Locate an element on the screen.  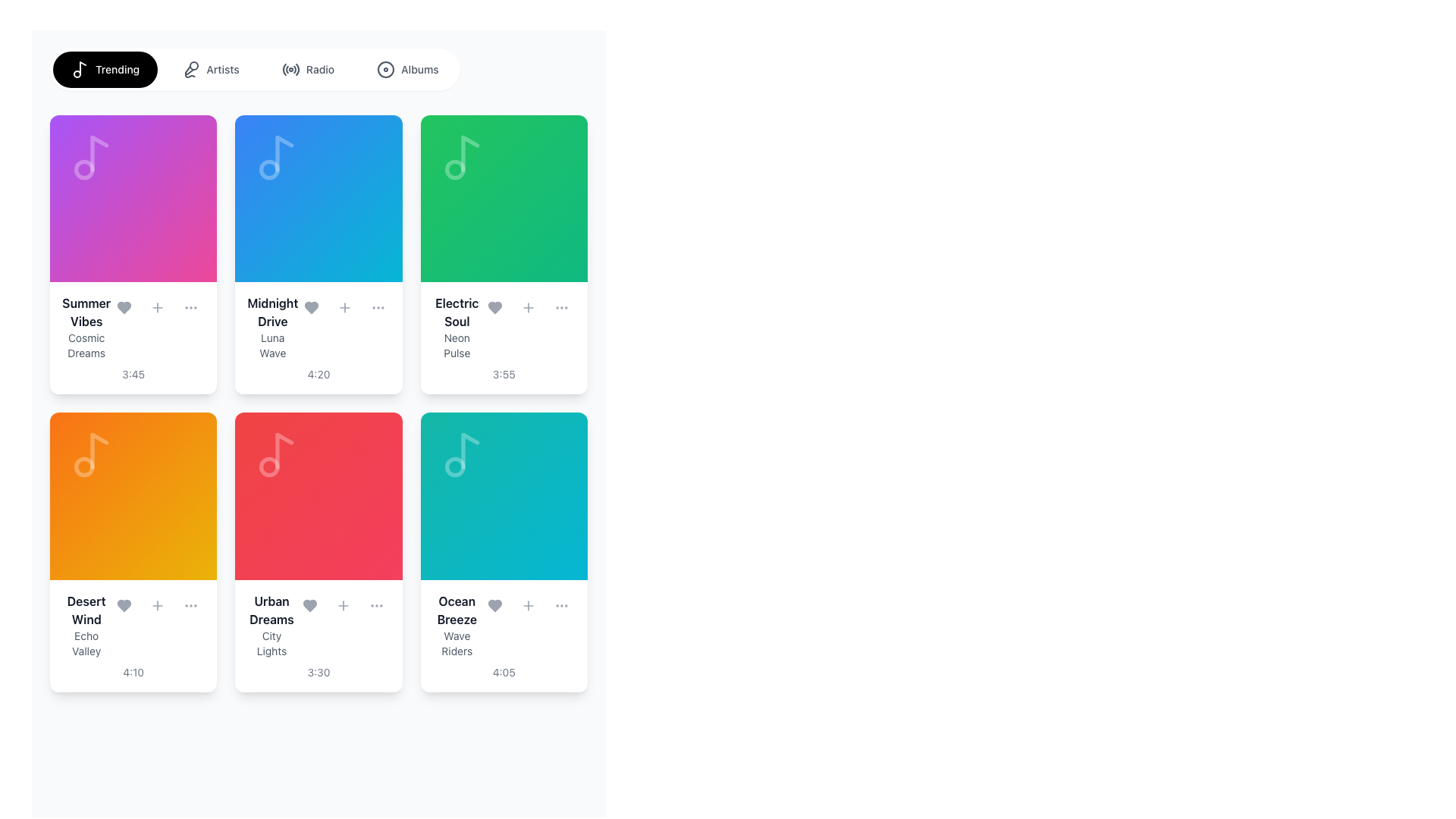
the 'Radio' navigation tab button, which is the third button in a horizontal group labeled 'Trending,' 'Artists,' 'Radio,' and 'Albums.' This action will change its background is located at coordinates (307, 70).